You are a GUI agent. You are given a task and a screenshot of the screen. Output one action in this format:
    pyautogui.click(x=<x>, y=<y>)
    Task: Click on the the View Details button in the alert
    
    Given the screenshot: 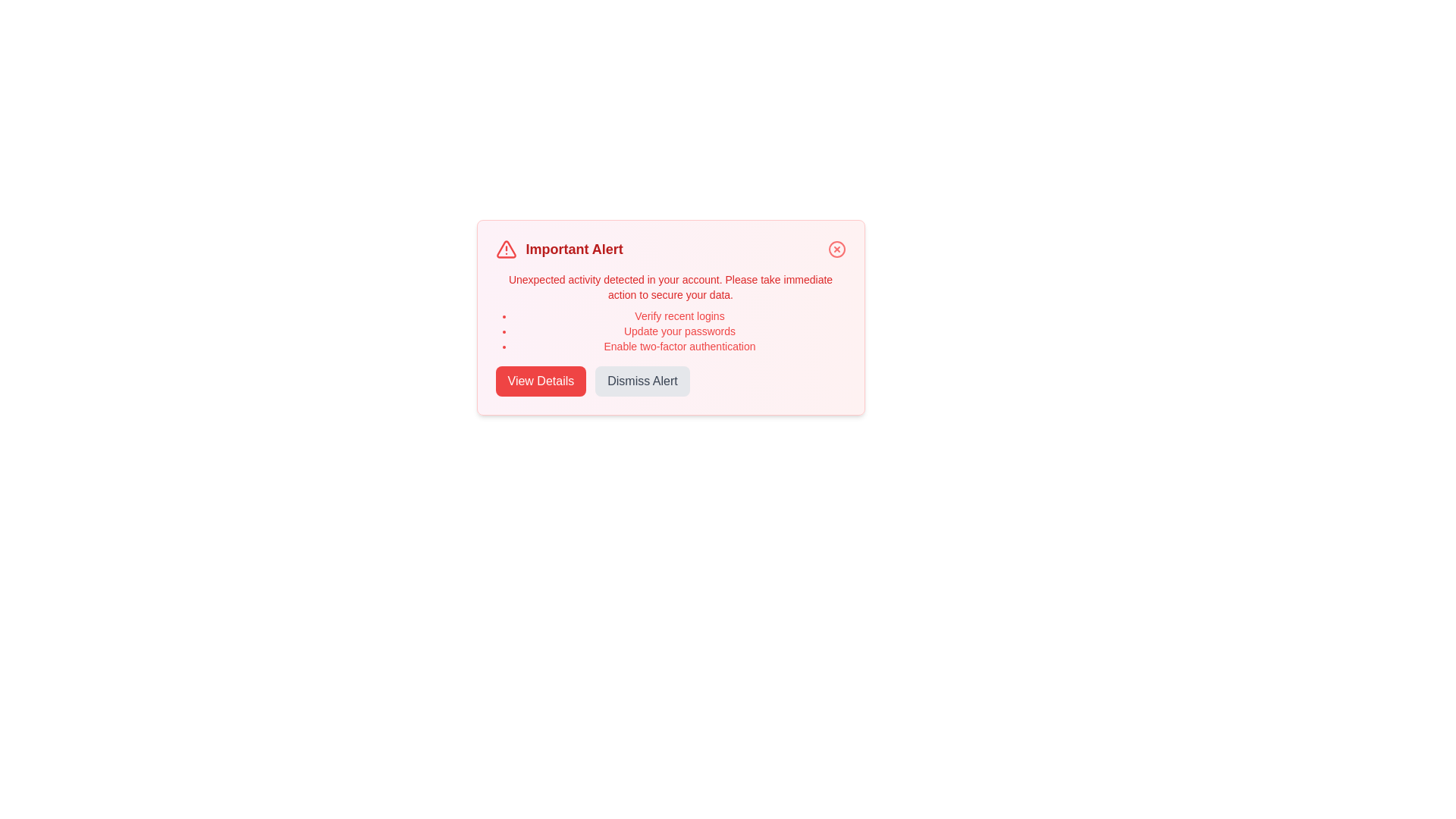 What is the action you would take?
    pyautogui.click(x=541, y=380)
    